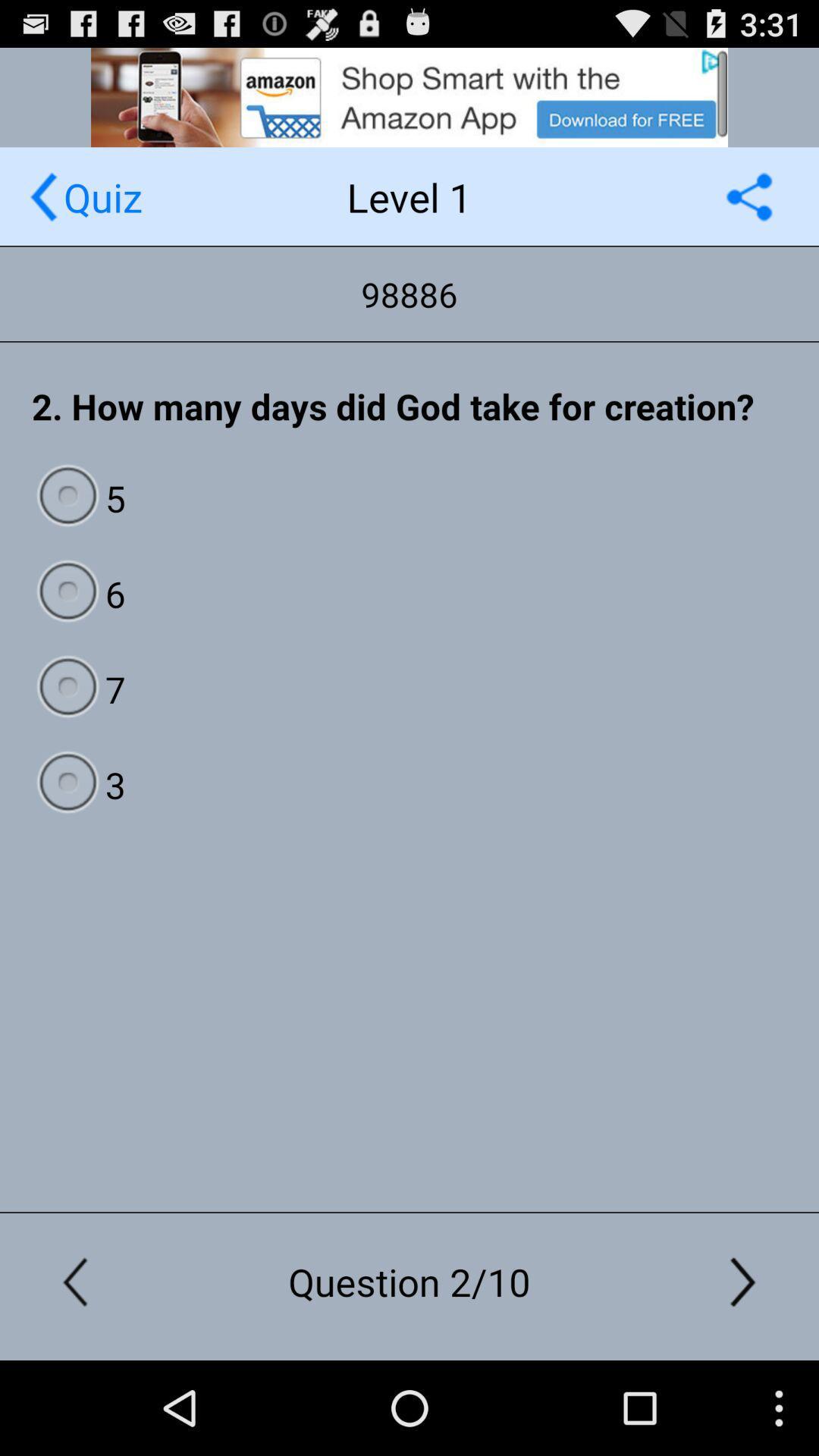 This screenshot has height=1456, width=819. What do you see at coordinates (42, 196) in the screenshot?
I see `go back` at bounding box center [42, 196].